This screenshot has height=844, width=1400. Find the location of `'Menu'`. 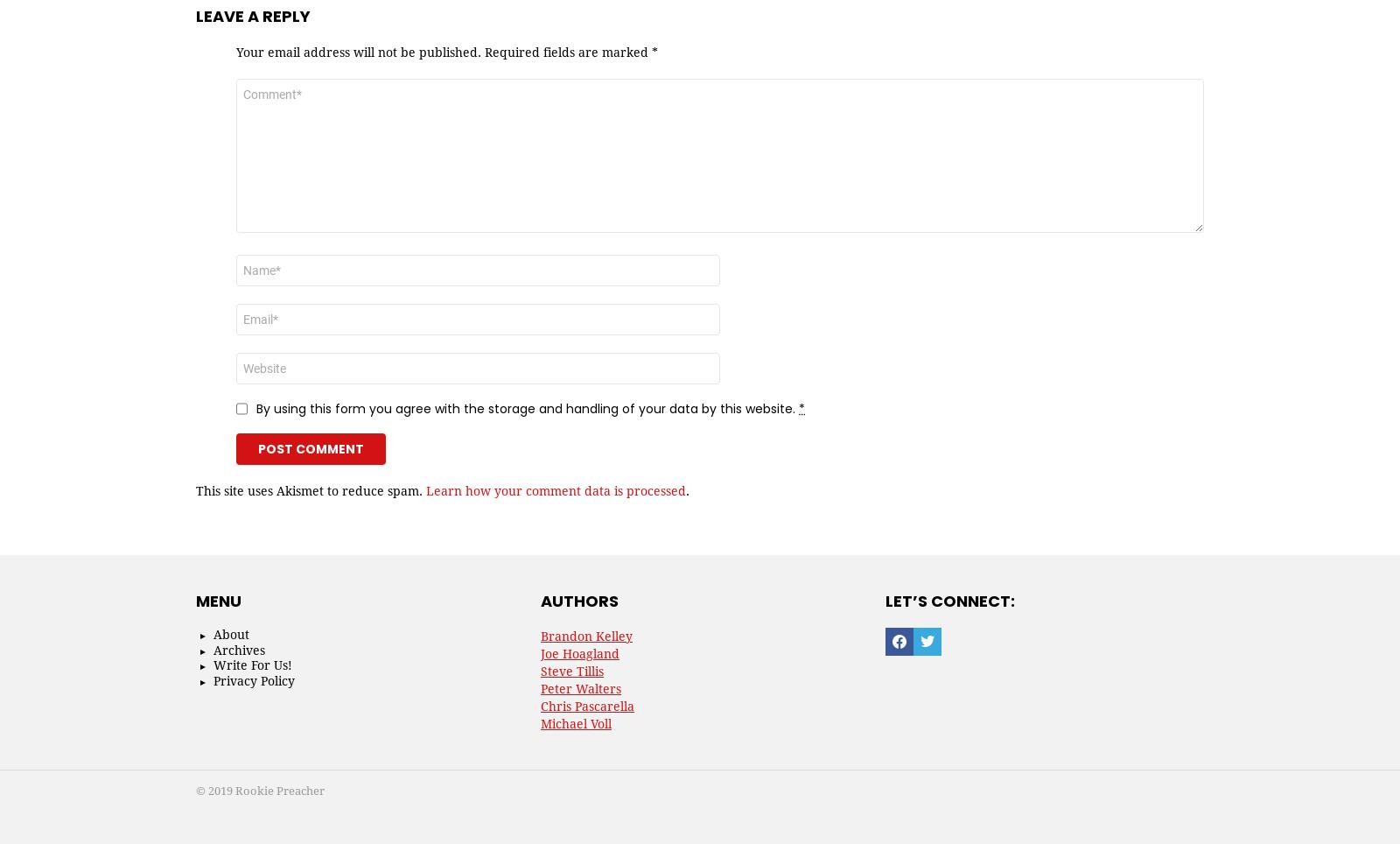

'Menu' is located at coordinates (218, 600).